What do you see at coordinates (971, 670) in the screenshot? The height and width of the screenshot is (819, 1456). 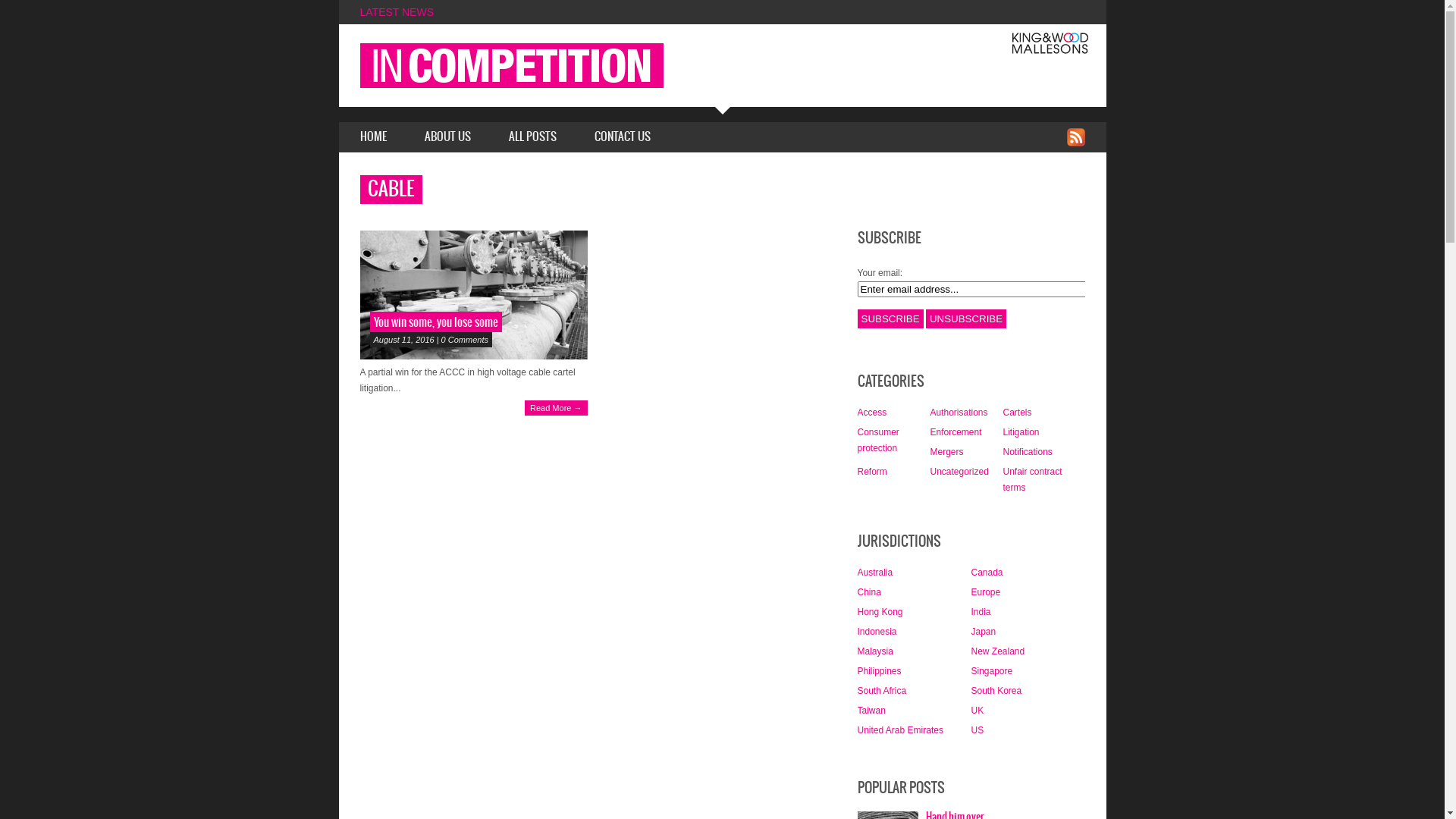 I see `'Singapore'` at bounding box center [971, 670].